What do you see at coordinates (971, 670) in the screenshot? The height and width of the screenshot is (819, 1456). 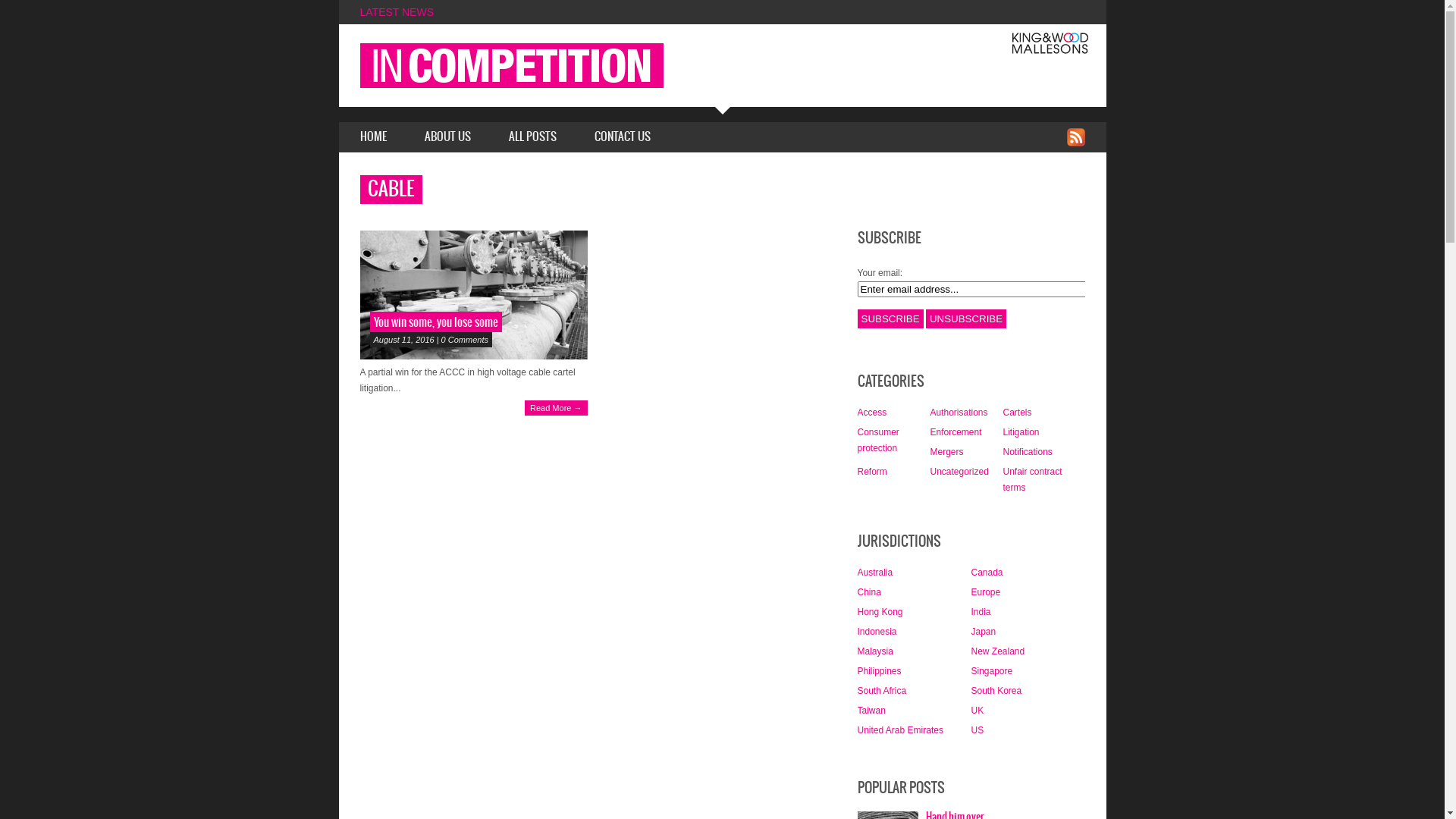 I see `'Singapore'` at bounding box center [971, 670].